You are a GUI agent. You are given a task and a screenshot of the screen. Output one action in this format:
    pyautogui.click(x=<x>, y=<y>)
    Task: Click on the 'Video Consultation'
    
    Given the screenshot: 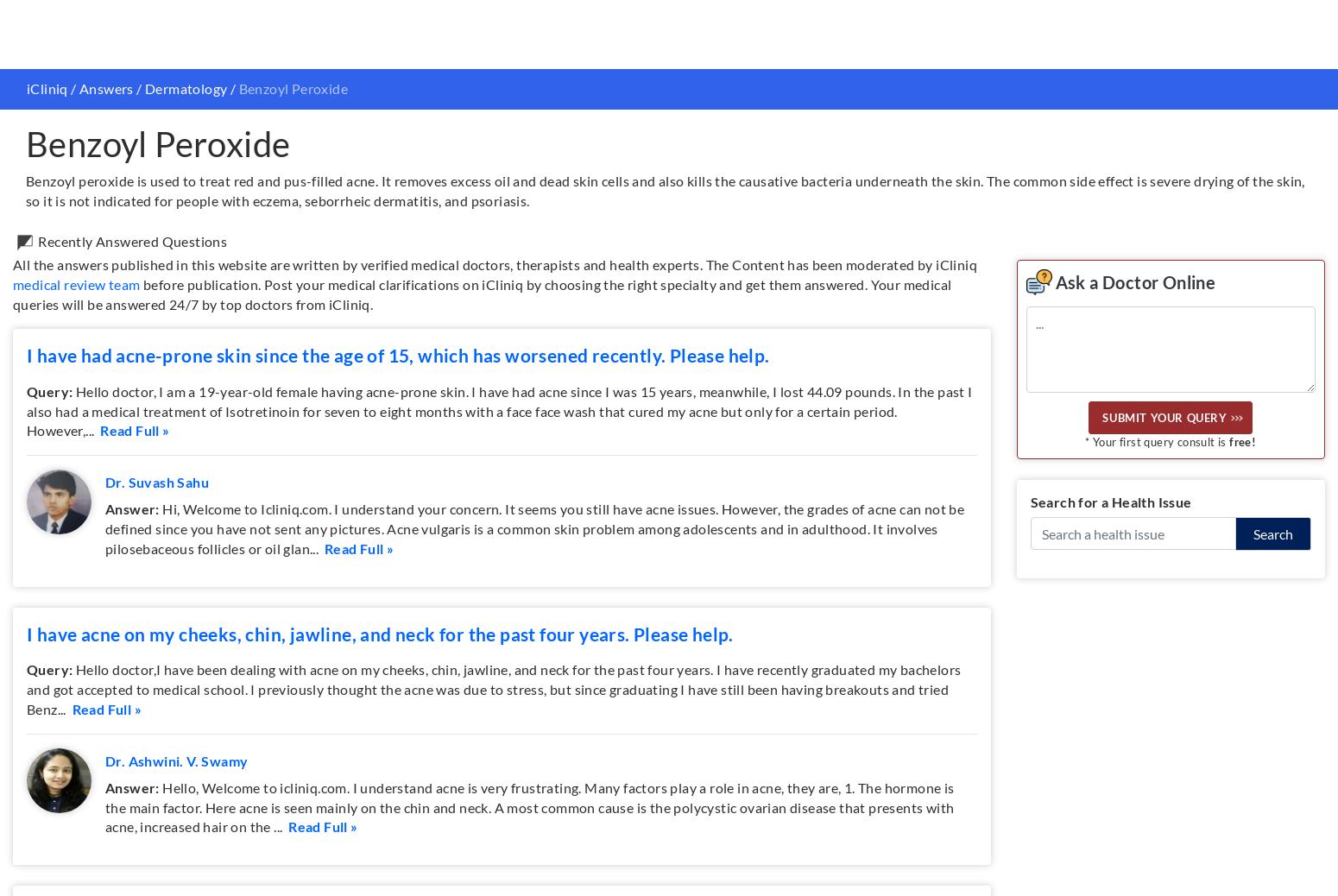 What is the action you would take?
    pyautogui.click(x=250, y=672)
    